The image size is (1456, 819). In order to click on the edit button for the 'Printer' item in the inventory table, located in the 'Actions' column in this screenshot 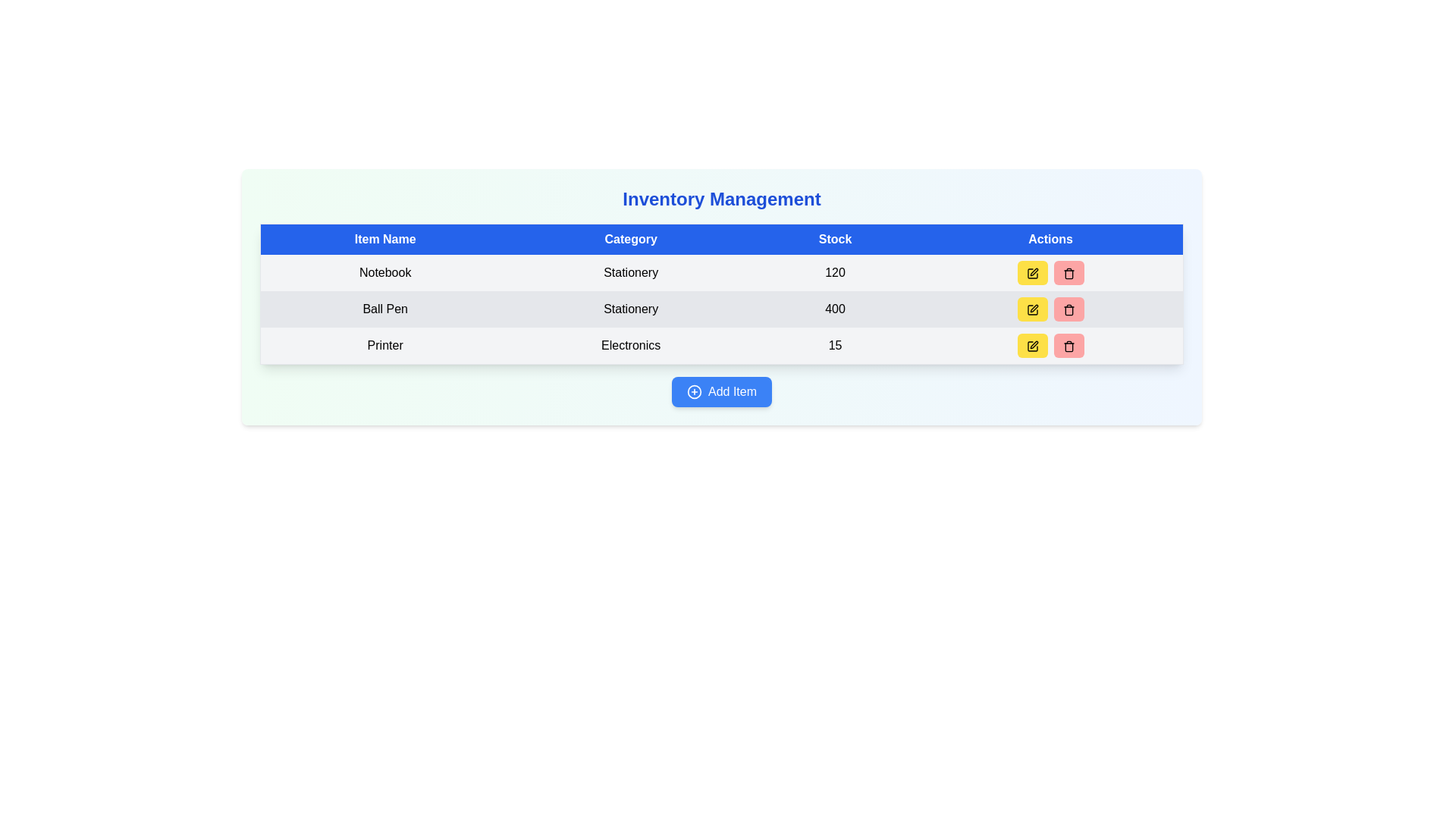, I will do `click(1031, 345)`.